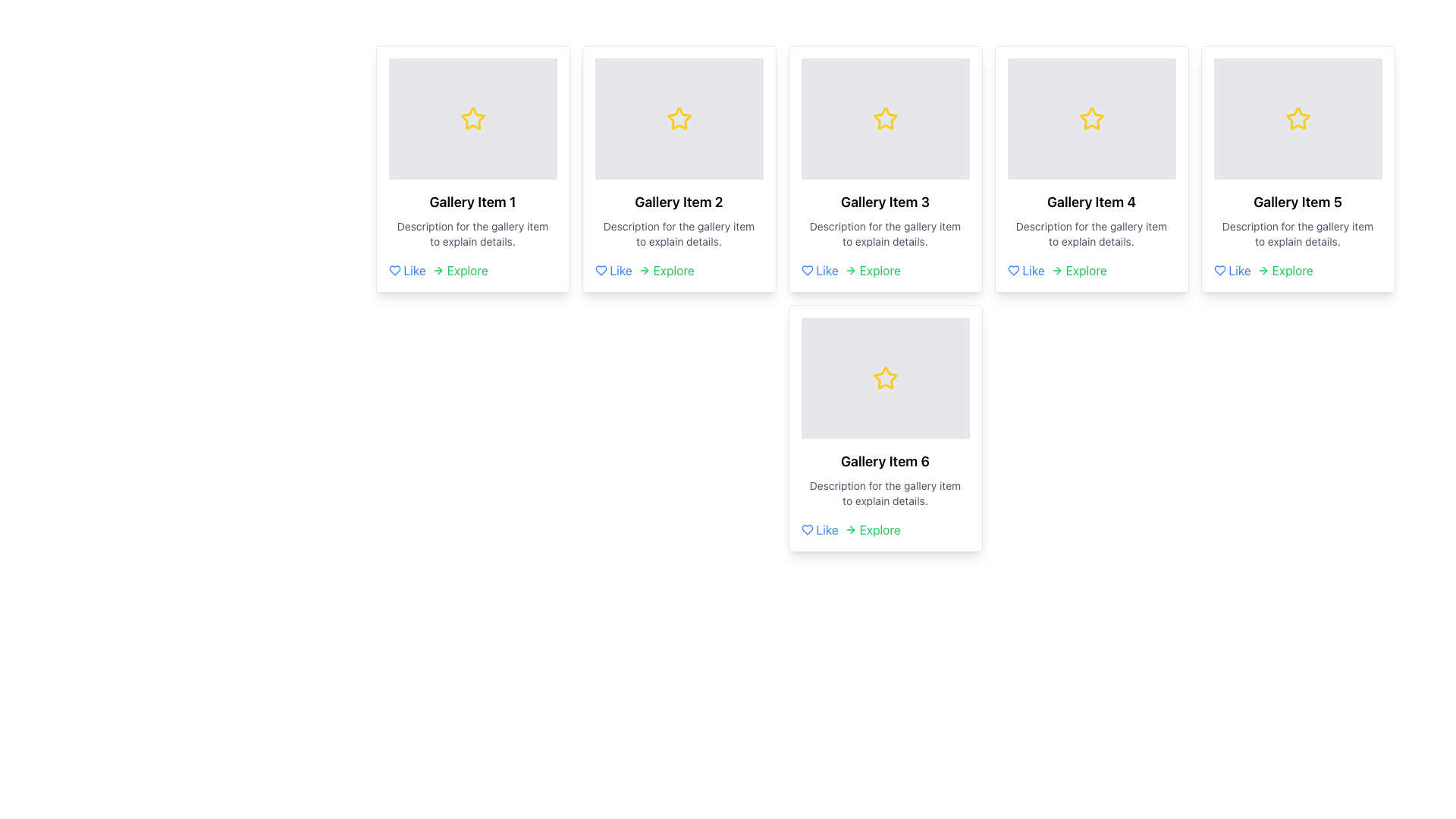 The image size is (1456, 819). What do you see at coordinates (439, 270) in the screenshot?
I see `the rightward arrow SVG element, which serves as a navigation button beneath 'Gallery Item 1'` at bounding box center [439, 270].